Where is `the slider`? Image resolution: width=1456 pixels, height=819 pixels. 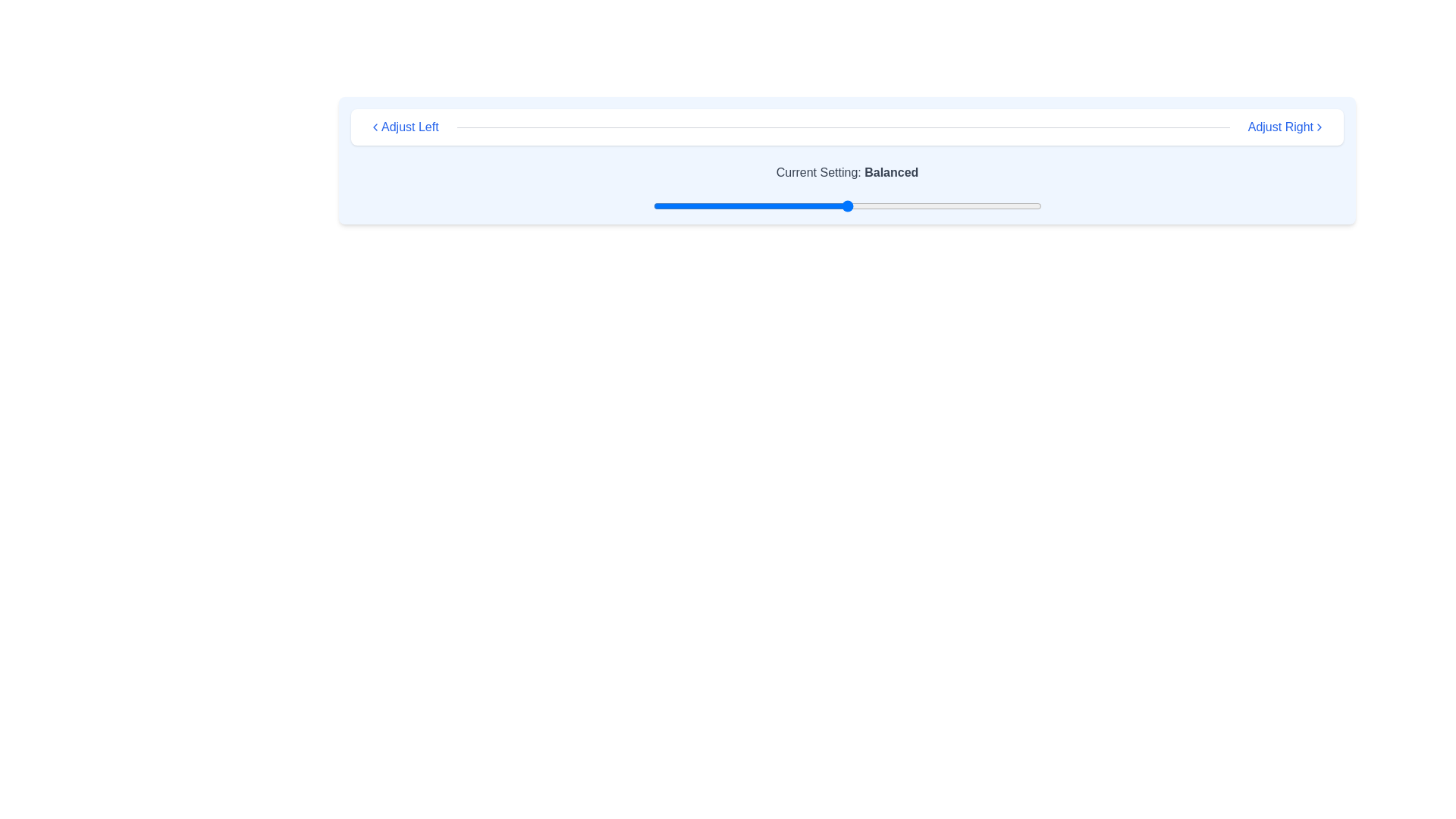 the slider is located at coordinates (661, 206).